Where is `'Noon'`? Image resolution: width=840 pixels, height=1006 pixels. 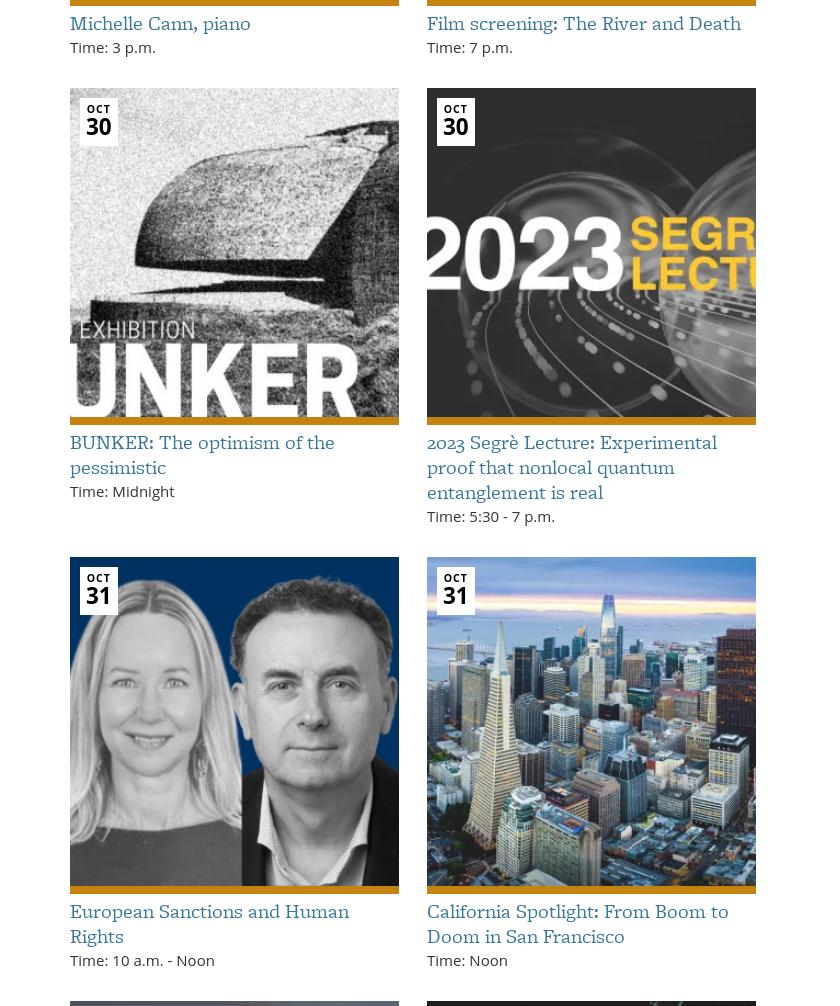
'Noon' is located at coordinates (172, 958).